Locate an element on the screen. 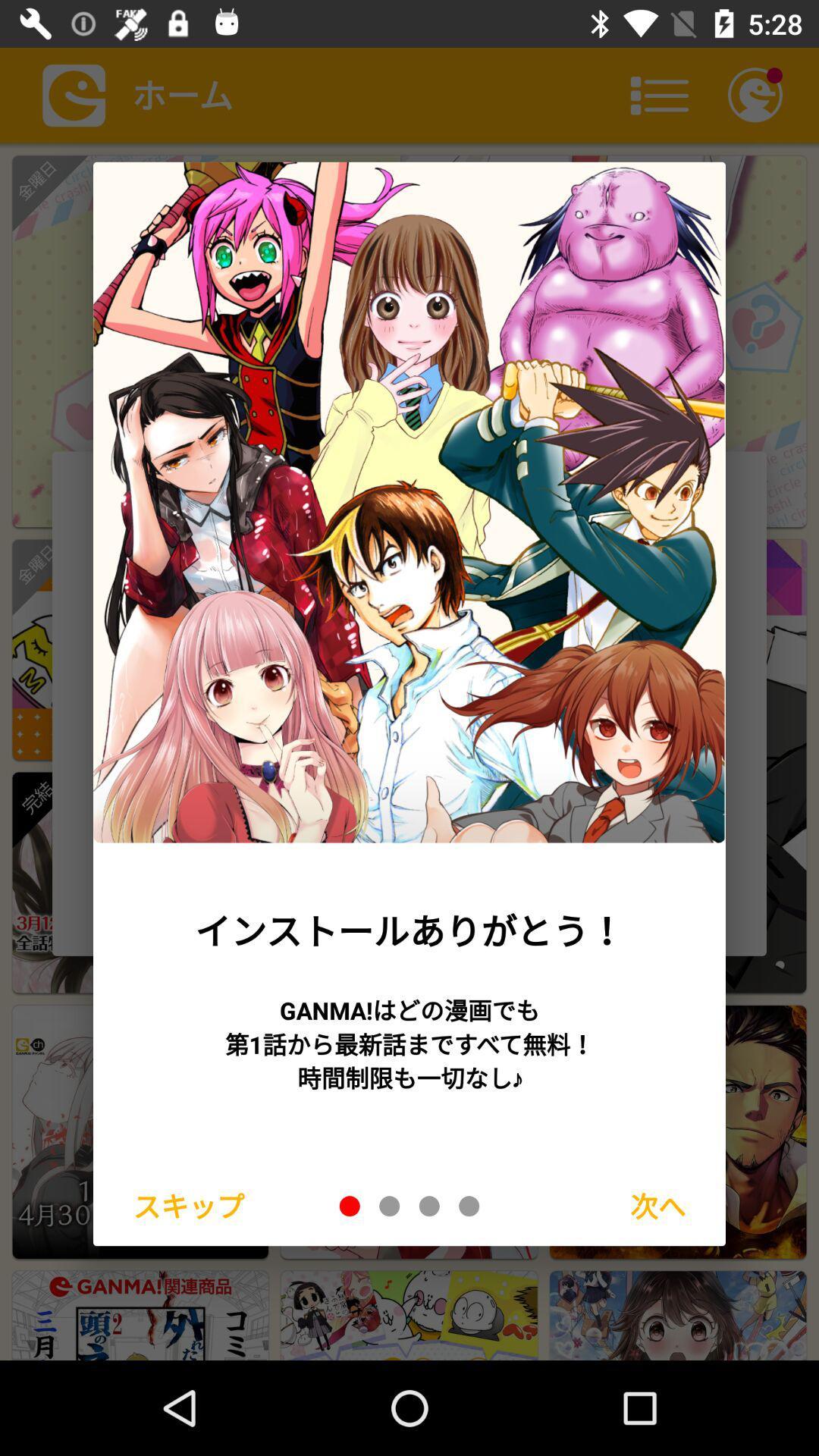 The height and width of the screenshot is (1456, 819). click on the dot is located at coordinates (350, 1205).